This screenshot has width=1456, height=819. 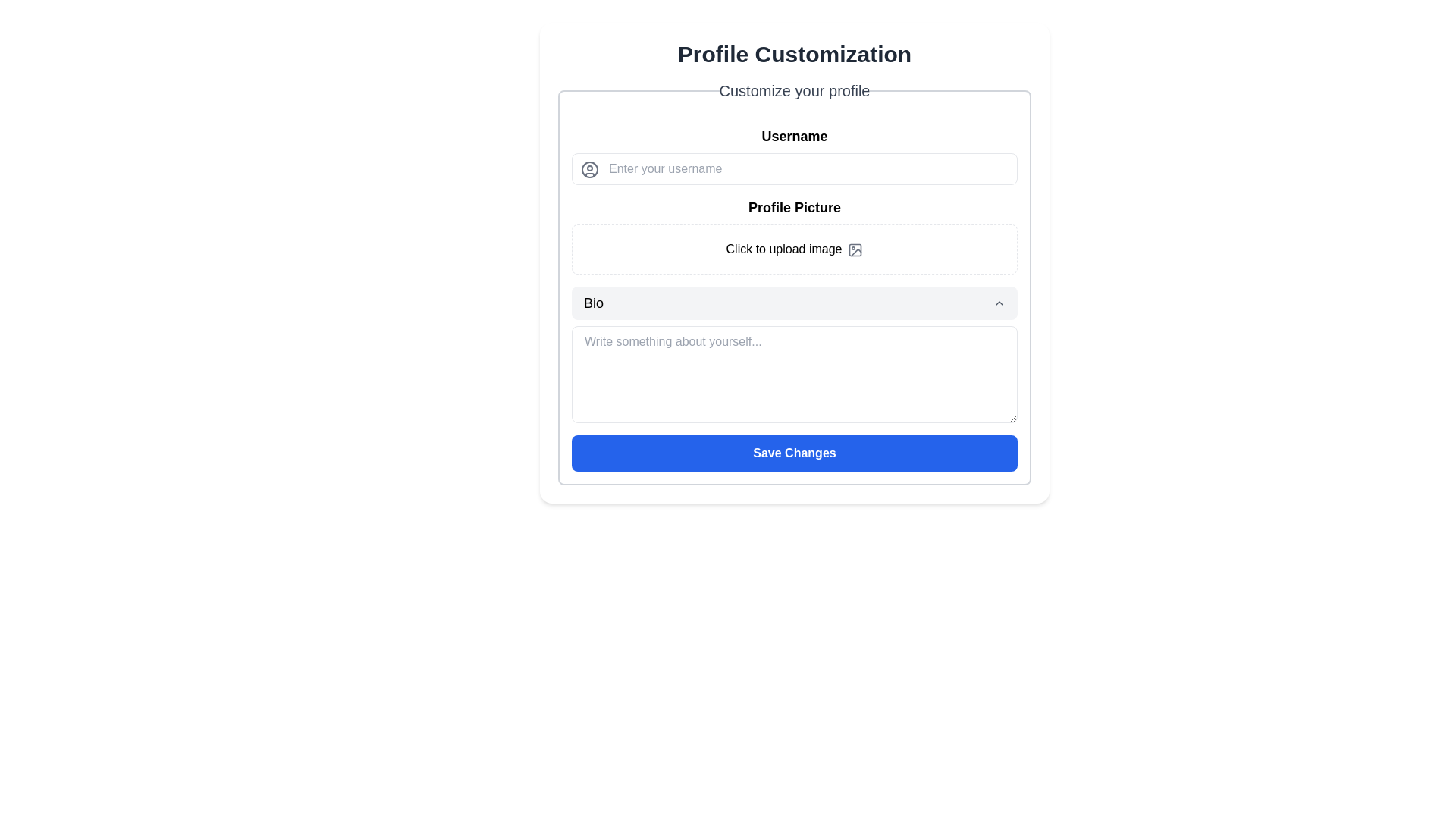 What do you see at coordinates (588, 169) in the screenshot?
I see `the SVG Circle Element that visually represents the outermost circle of the 'Username' field, which is located to the left of the text input` at bounding box center [588, 169].